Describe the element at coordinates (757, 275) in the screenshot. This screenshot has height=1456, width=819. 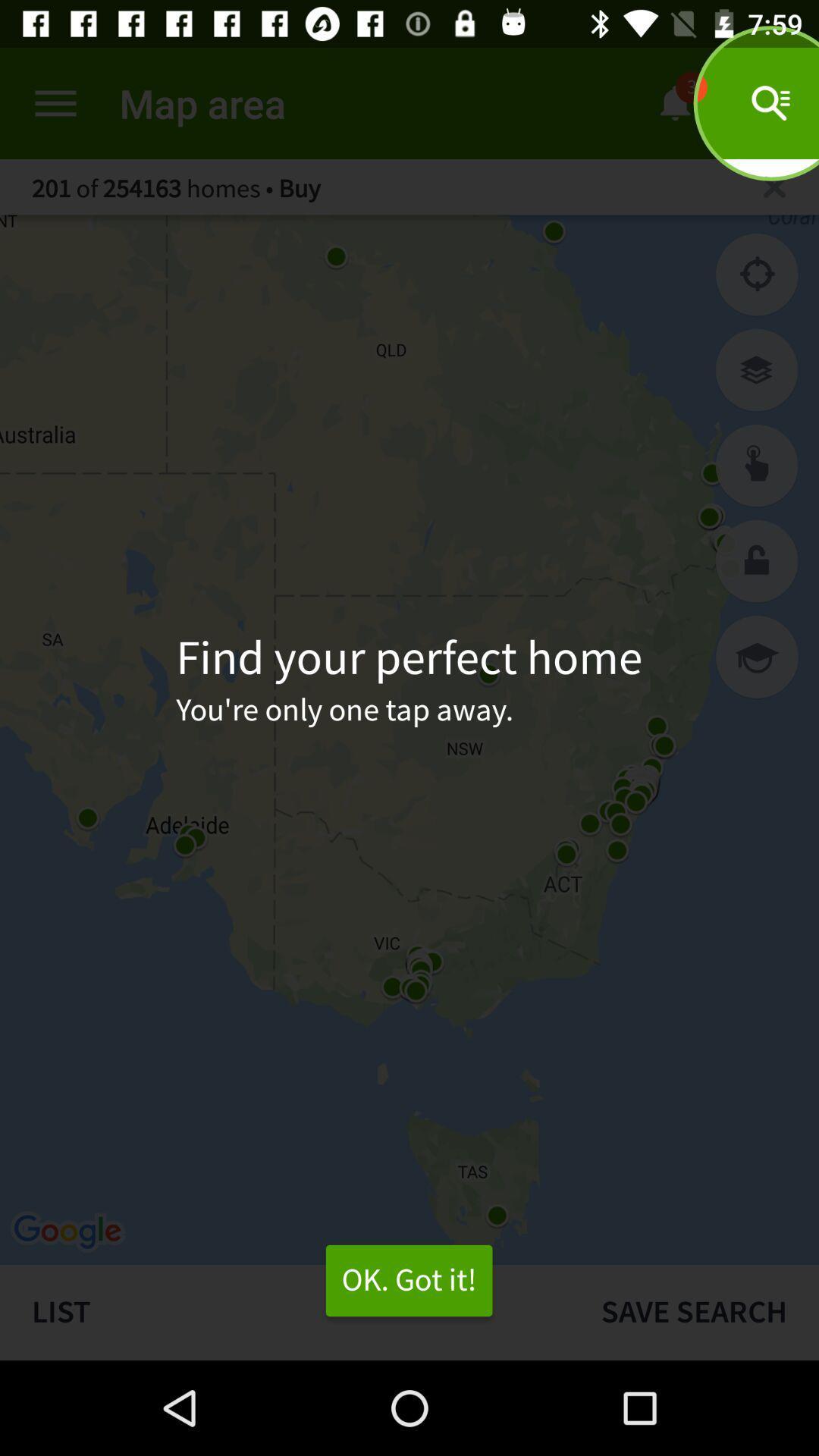
I see `icon below 201 of 254163` at that location.